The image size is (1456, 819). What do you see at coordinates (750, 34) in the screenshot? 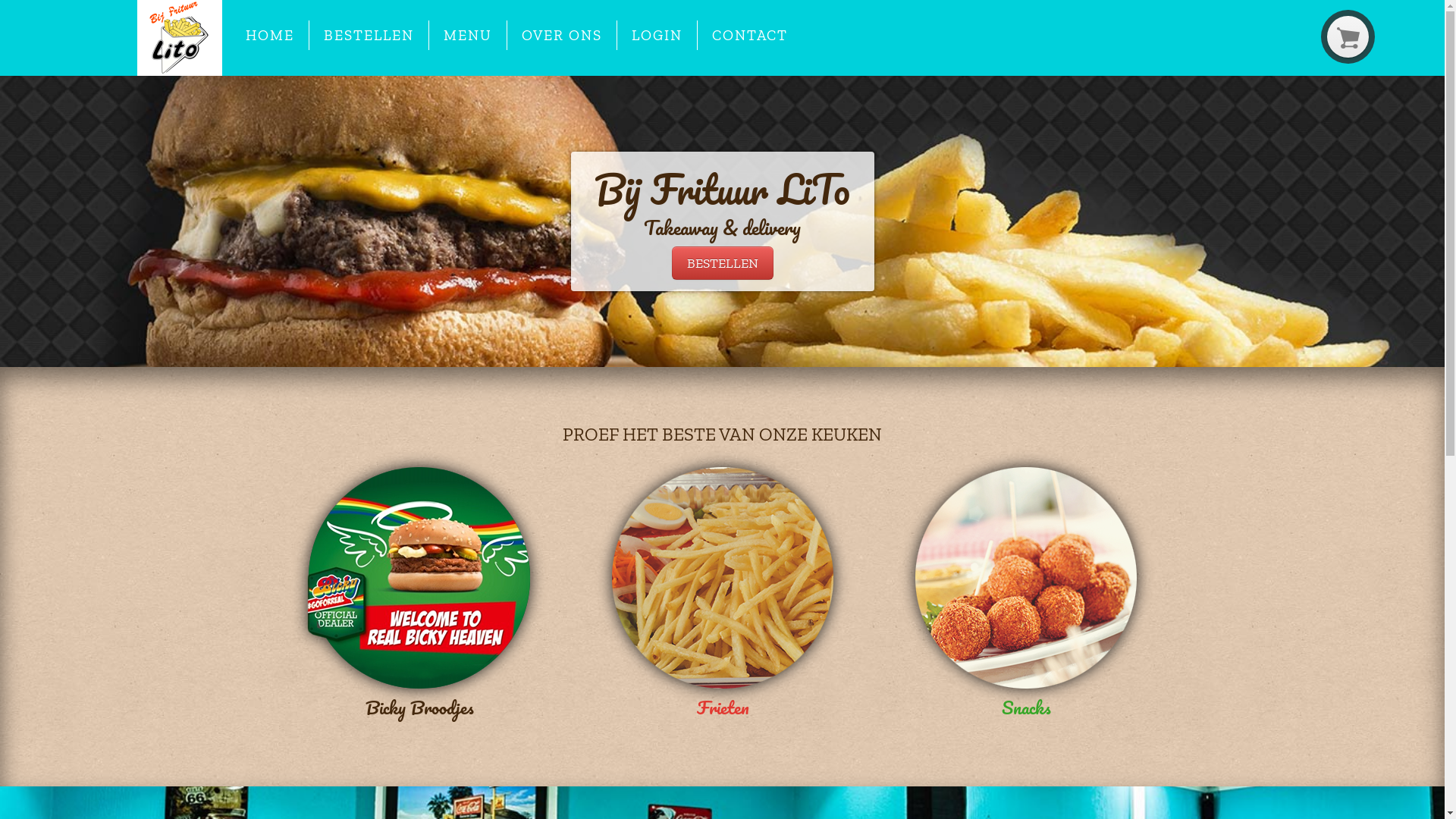
I see `'CONTACT'` at bounding box center [750, 34].